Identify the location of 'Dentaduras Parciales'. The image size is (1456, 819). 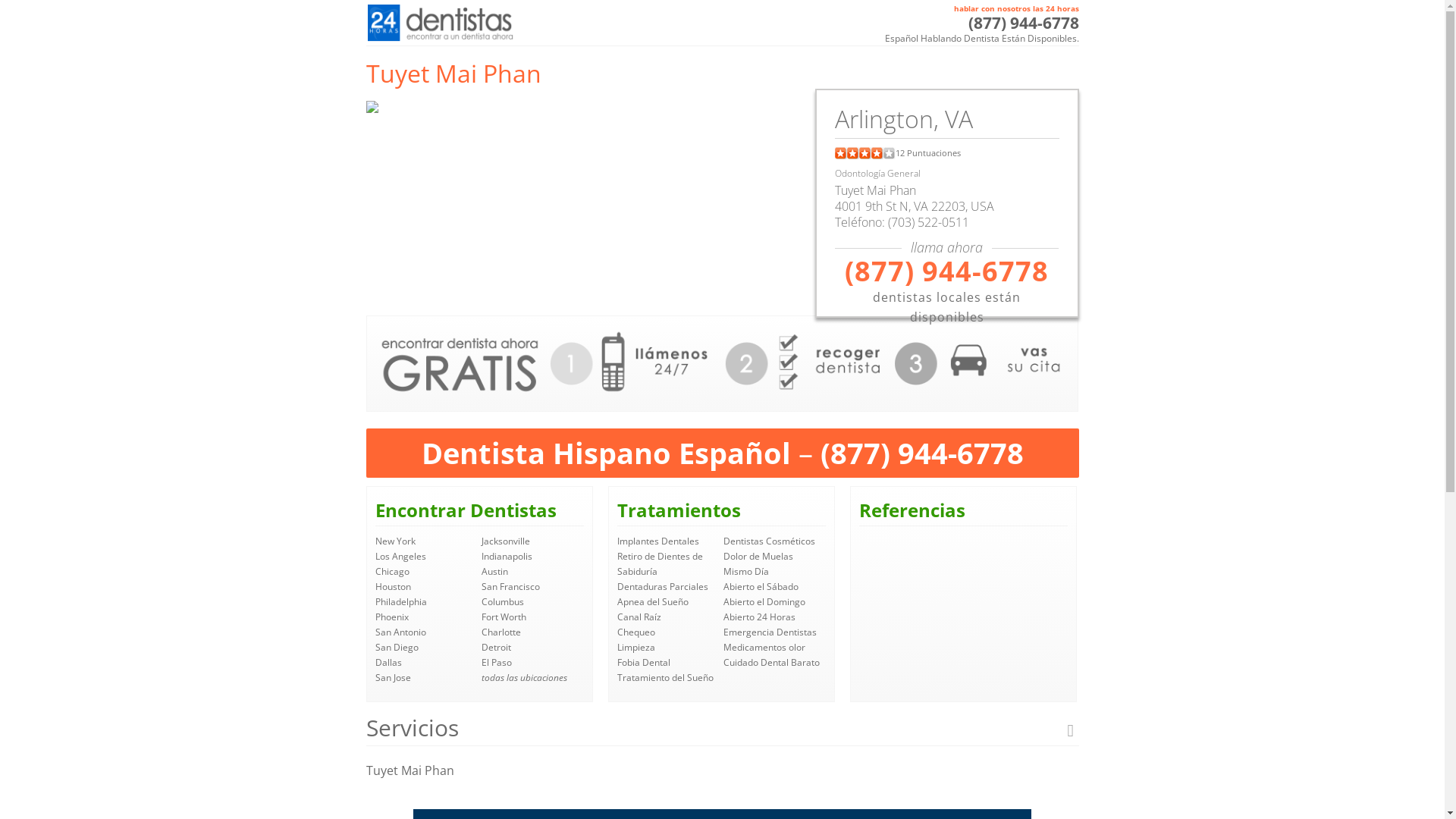
(662, 585).